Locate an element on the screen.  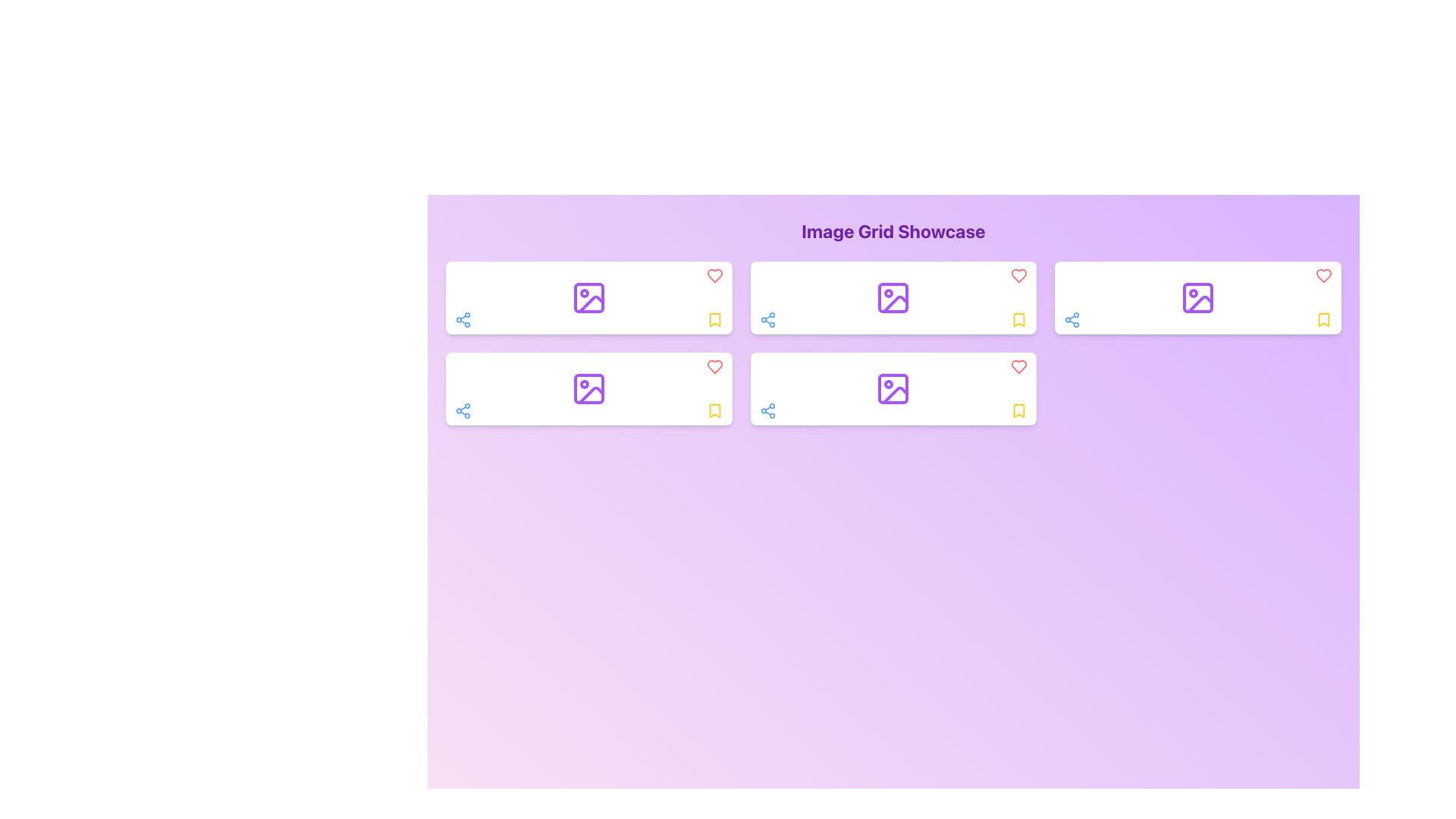
the purple rectangle with rounded corners, which is part of a larger photograph icon located in the top-right corner of the fifth card in a grid layout is located at coordinates (1197, 298).